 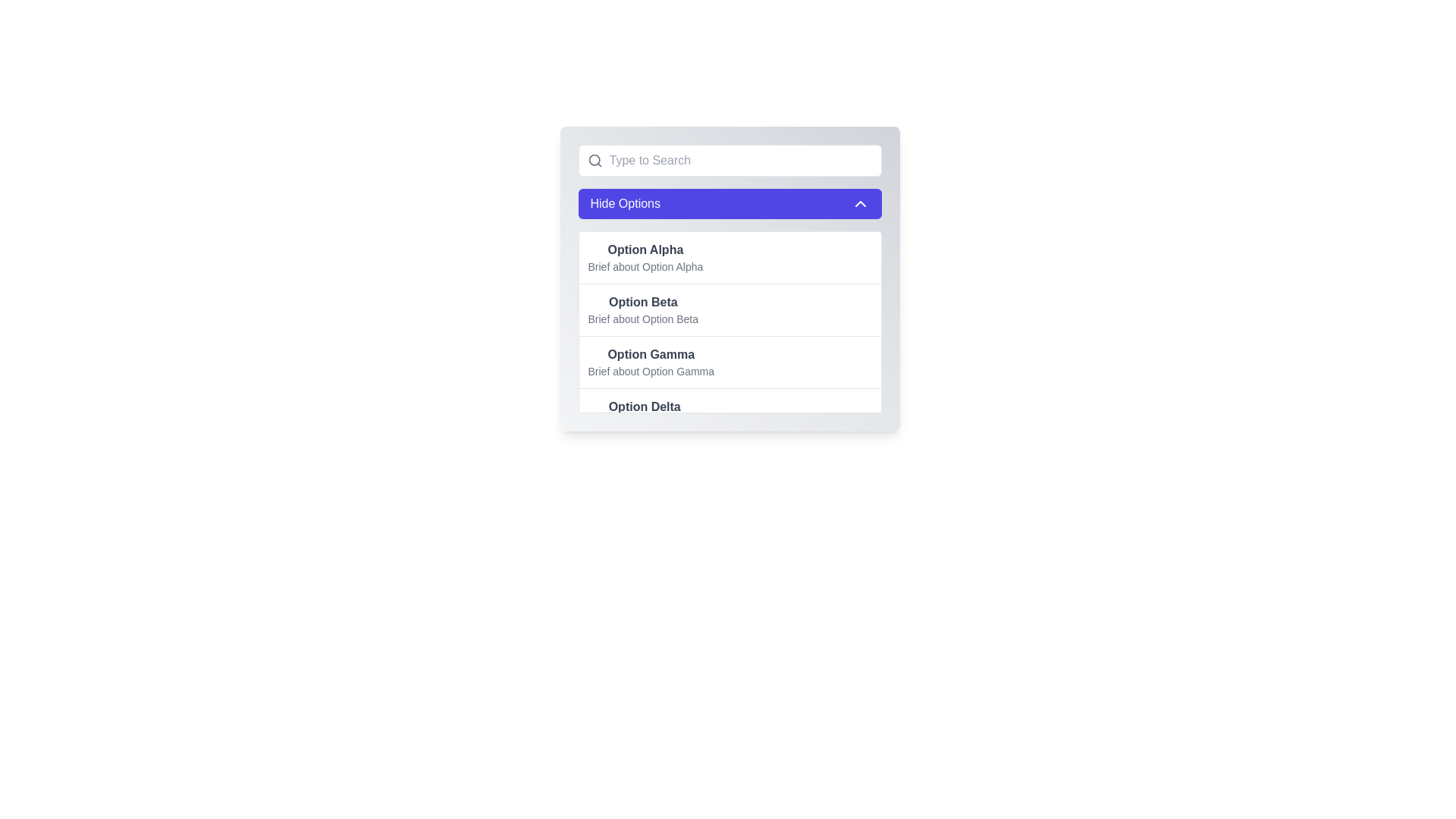 I want to click on the list item labeled 'Option Delta' which is the last item, so click(x=645, y=415).